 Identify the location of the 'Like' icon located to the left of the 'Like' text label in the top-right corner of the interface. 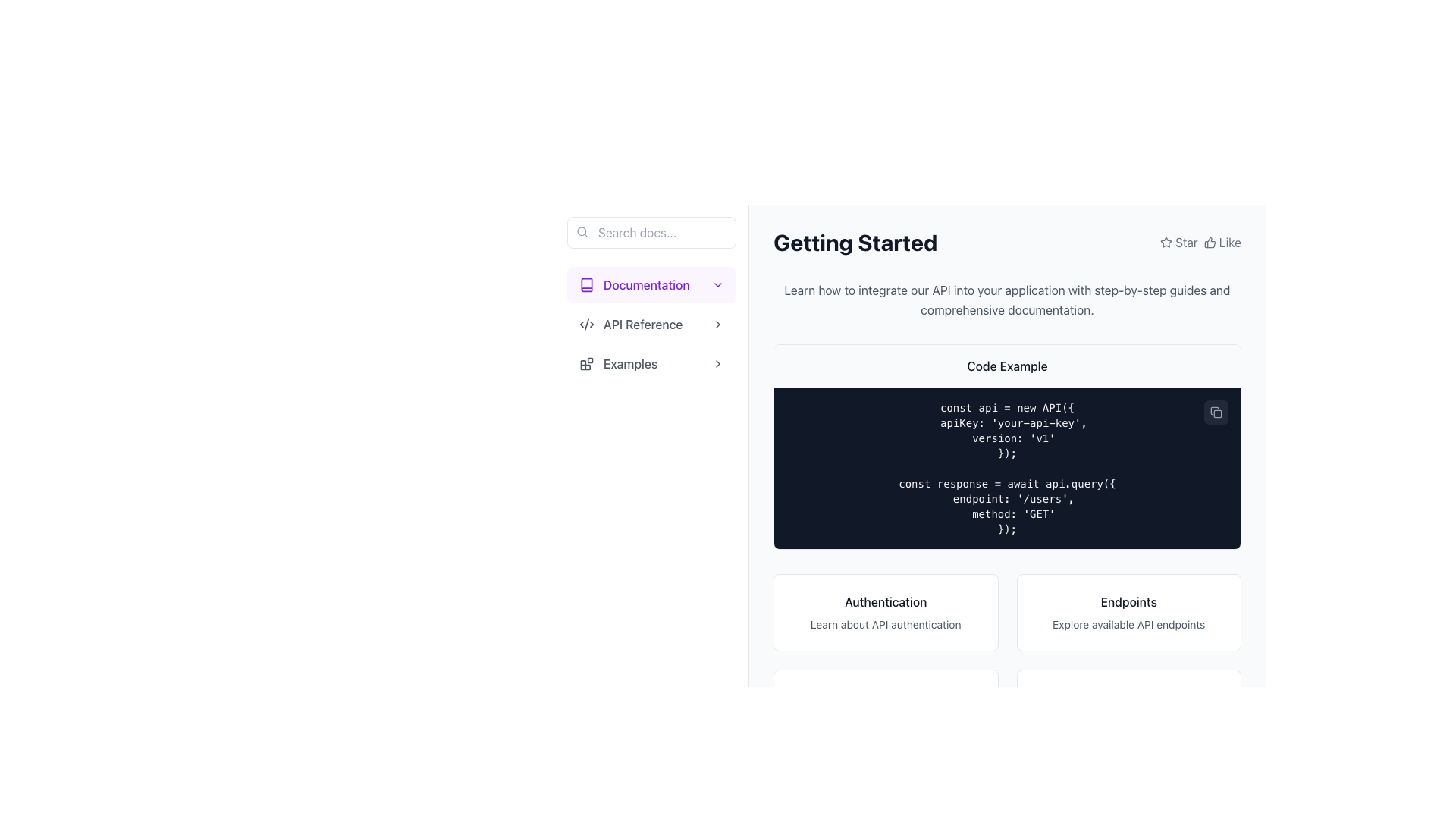
(1209, 242).